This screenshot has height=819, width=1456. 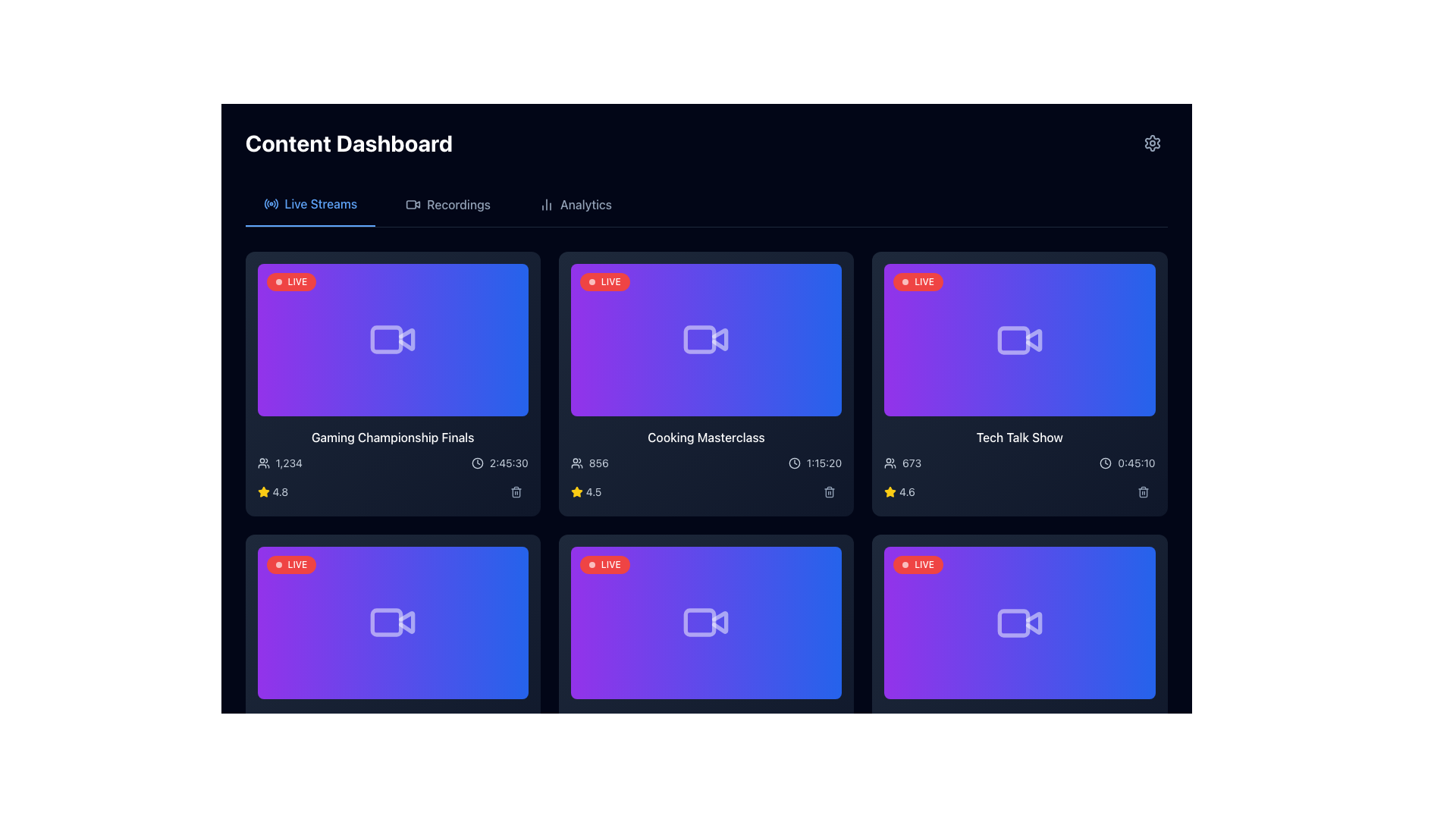 What do you see at coordinates (509, 462) in the screenshot?
I see `the text label displaying the time '2:45:30' located in the bottom-right corner of the first content card in the Live Streams section, adjacent to the clock icon` at bounding box center [509, 462].